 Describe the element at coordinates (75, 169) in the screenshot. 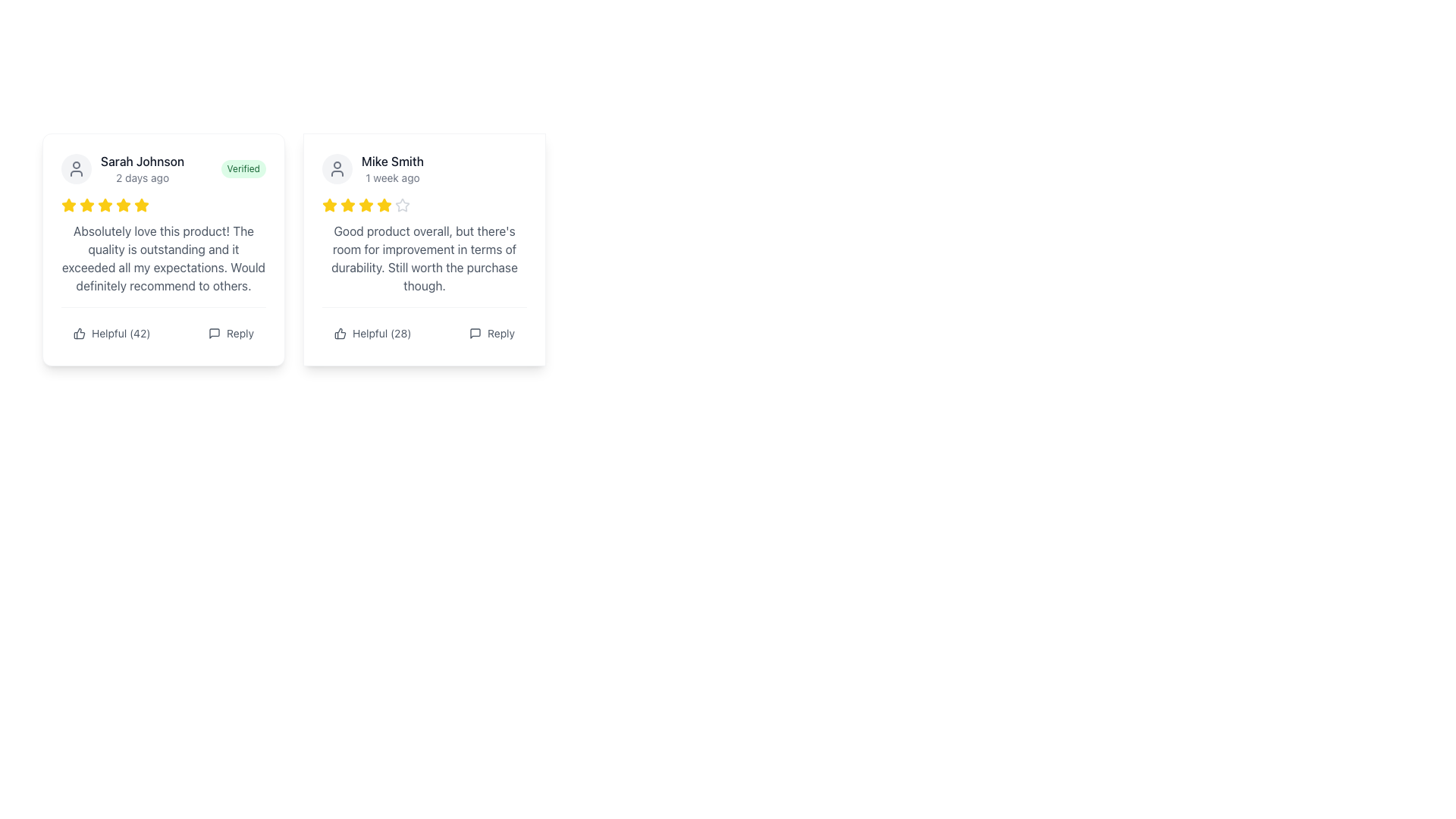

I see `the user profile icon representing 'Sarah Johnson'` at that location.